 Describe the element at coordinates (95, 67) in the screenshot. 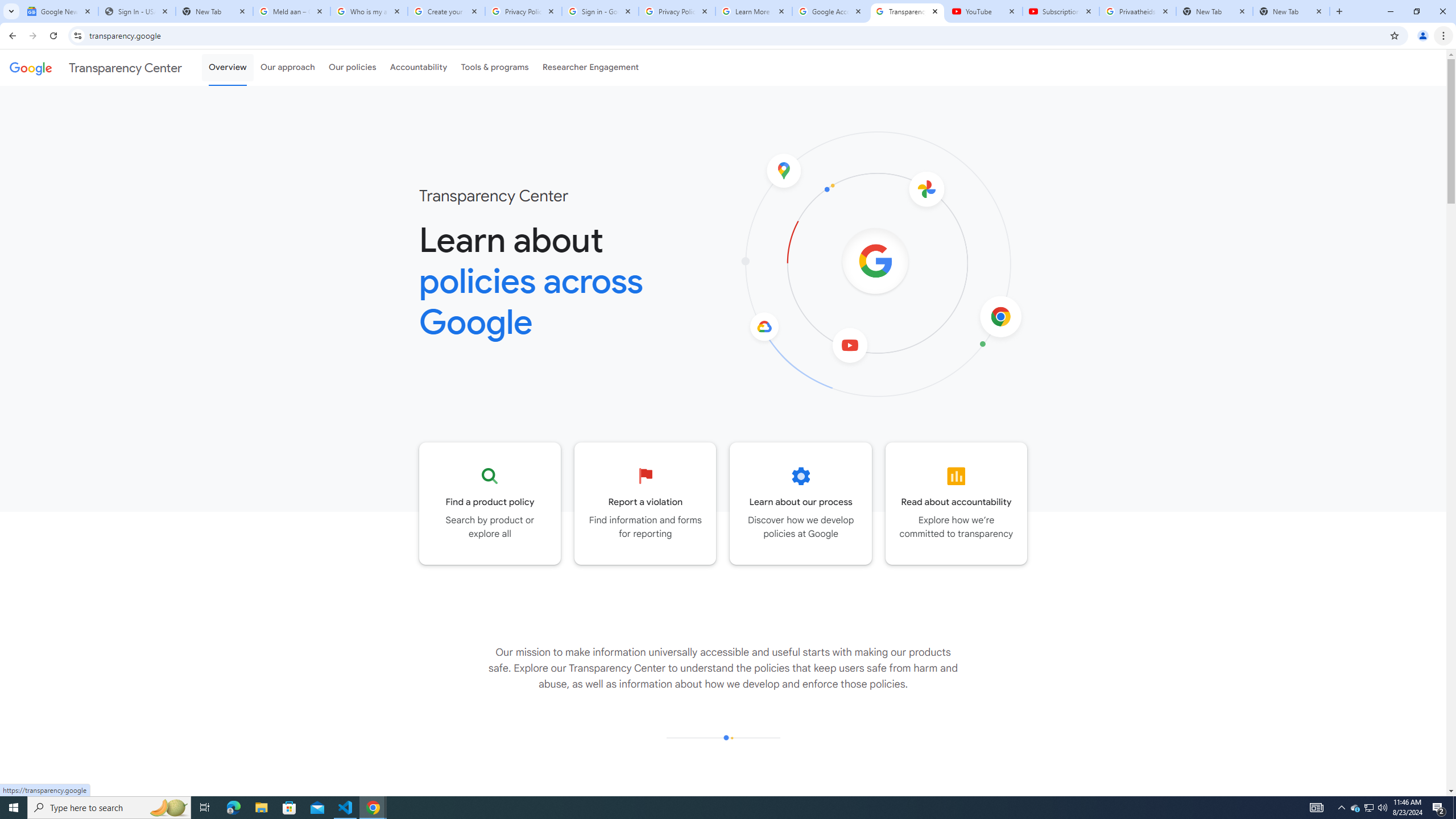

I see `'Transparency Center'` at that location.